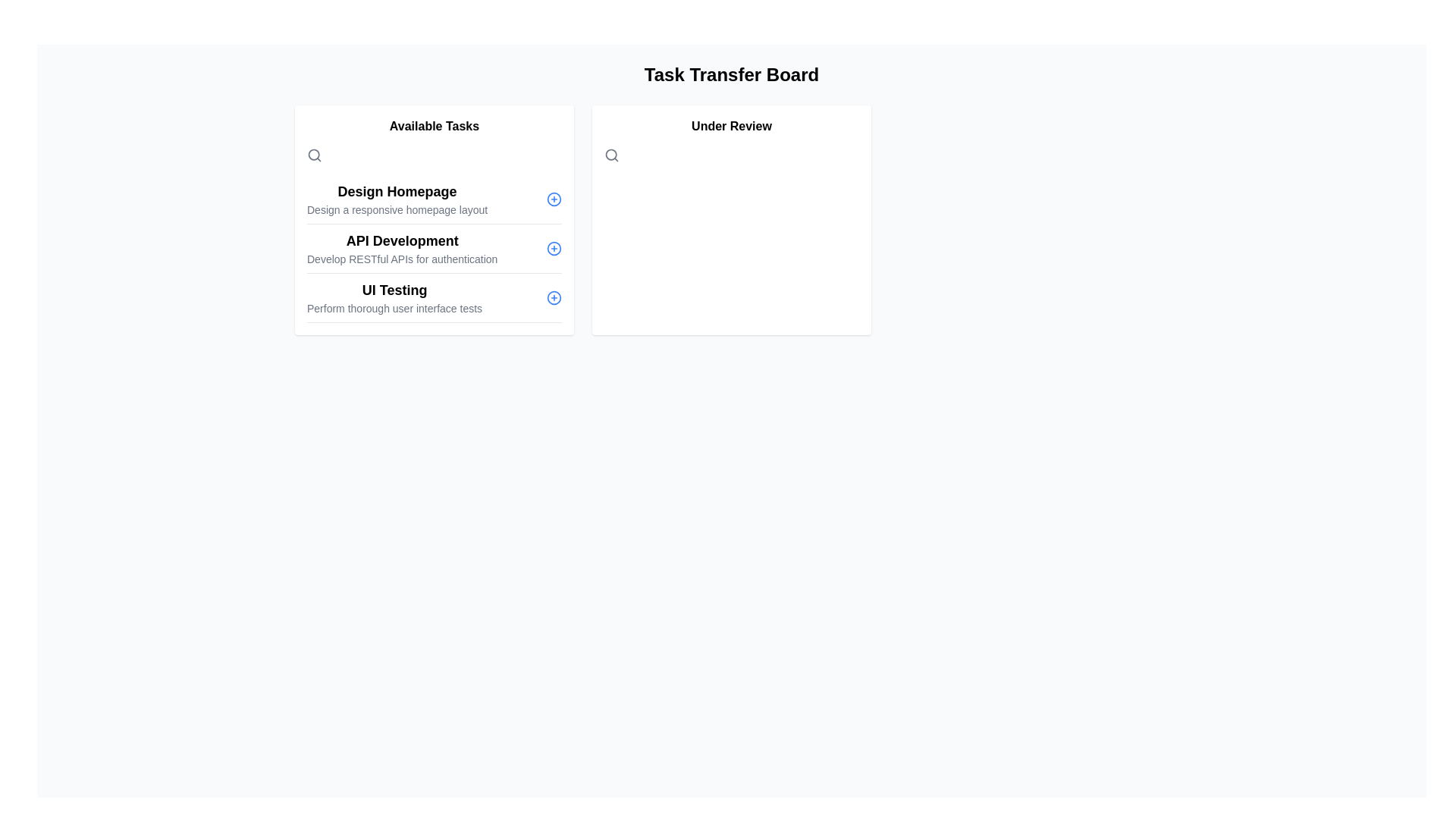  Describe the element at coordinates (553, 298) in the screenshot. I see `the circular blue button with a plus symbol located in the 'Available Tasks' section, aligned to the right of the 'UI Testing' item` at that location.